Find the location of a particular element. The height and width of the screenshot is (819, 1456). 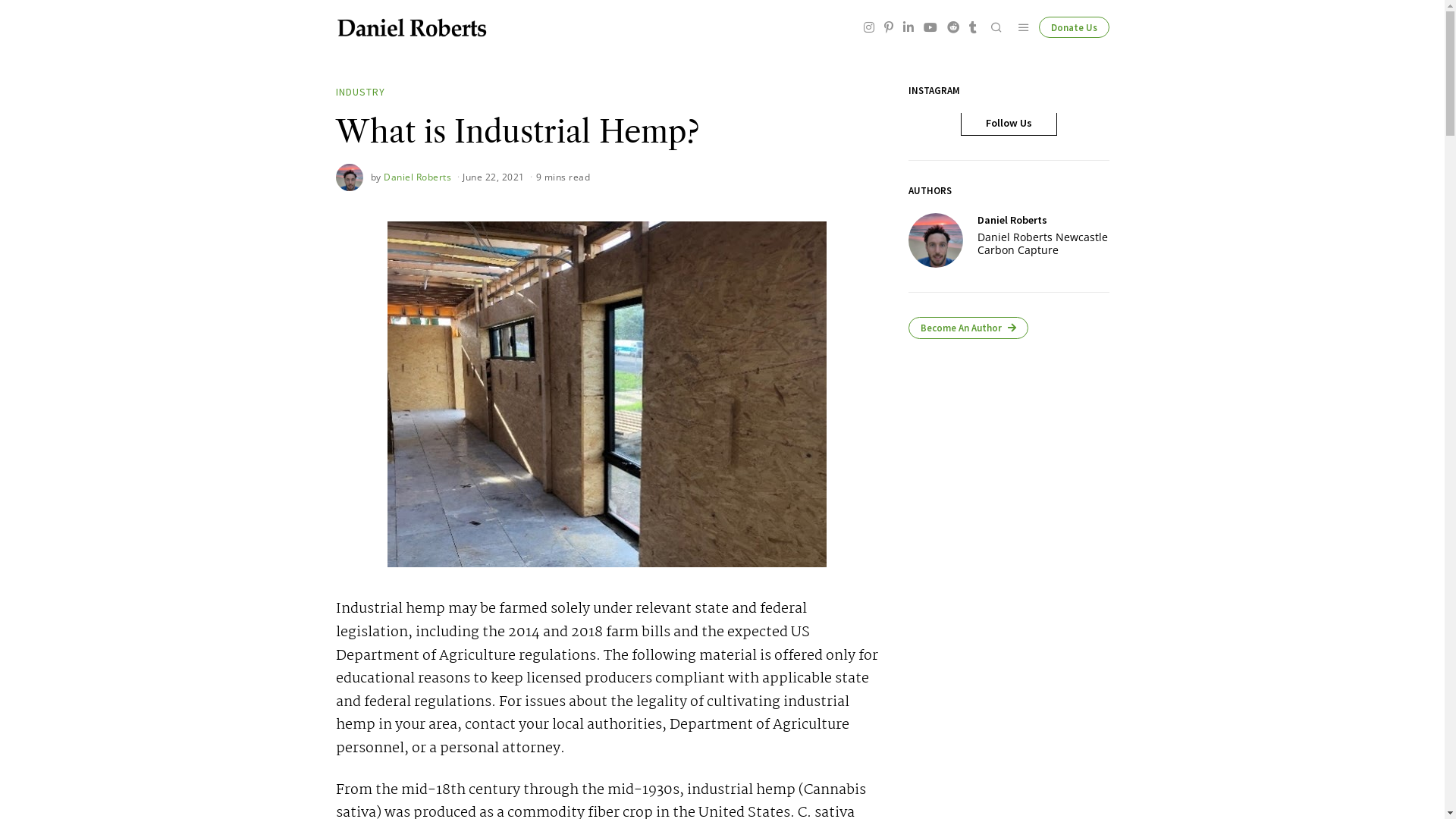

'Daniel Roberts' is located at coordinates (934, 239).